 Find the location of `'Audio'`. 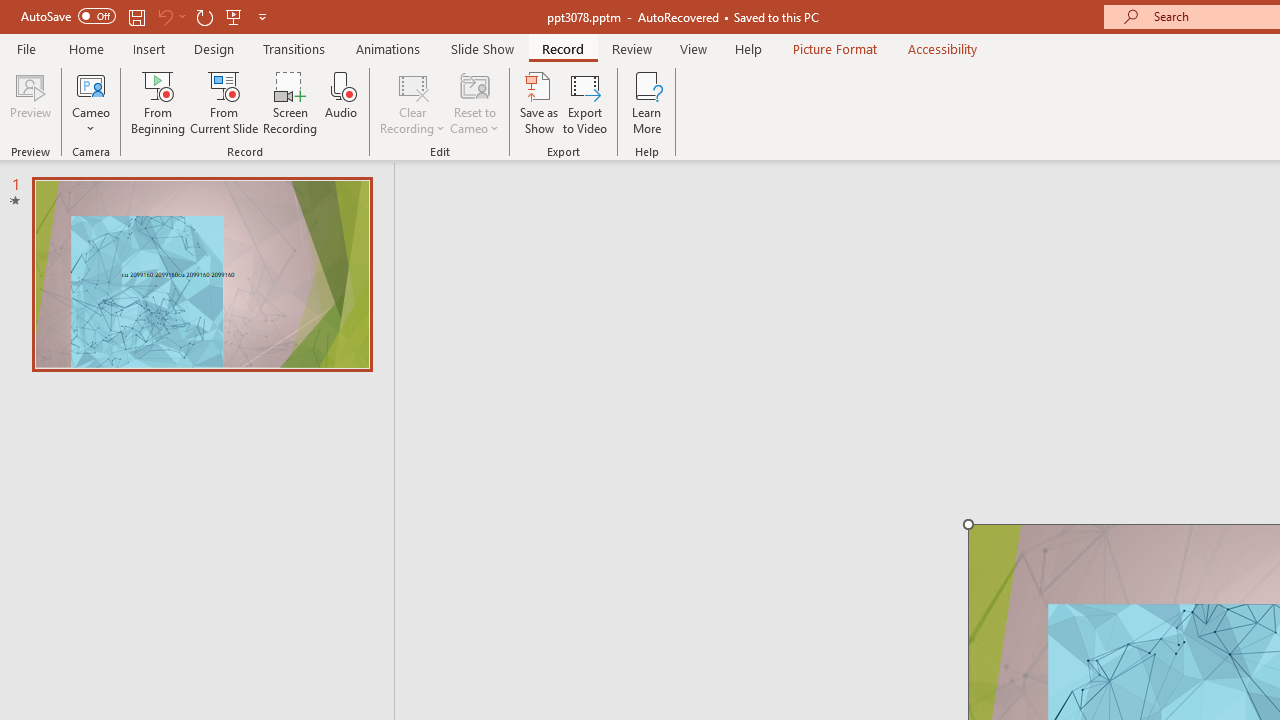

'Audio' is located at coordinates (341, 103).